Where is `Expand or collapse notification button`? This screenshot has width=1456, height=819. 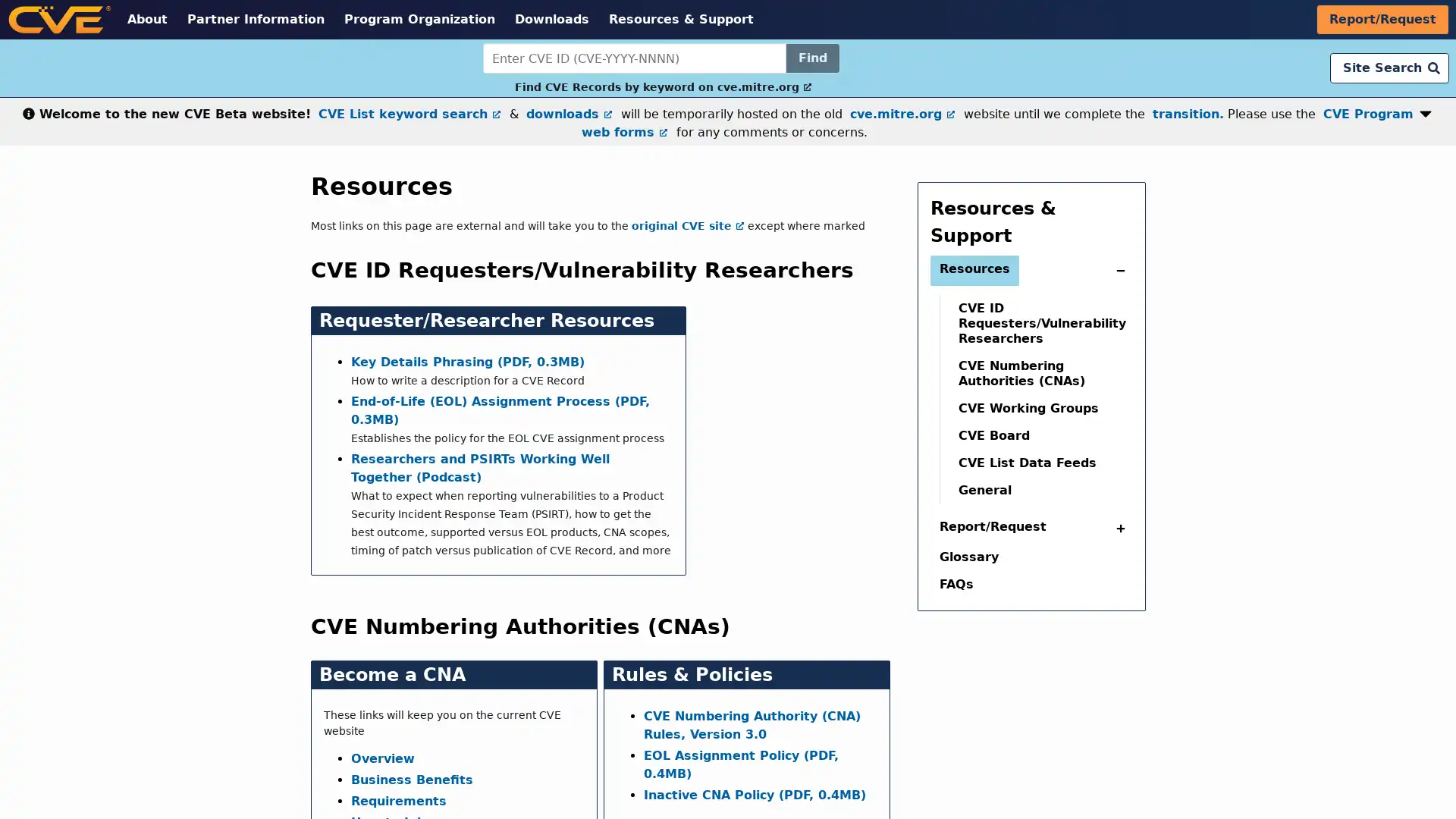 Expand or collapse notification button is located at coordinates (1426, 110).